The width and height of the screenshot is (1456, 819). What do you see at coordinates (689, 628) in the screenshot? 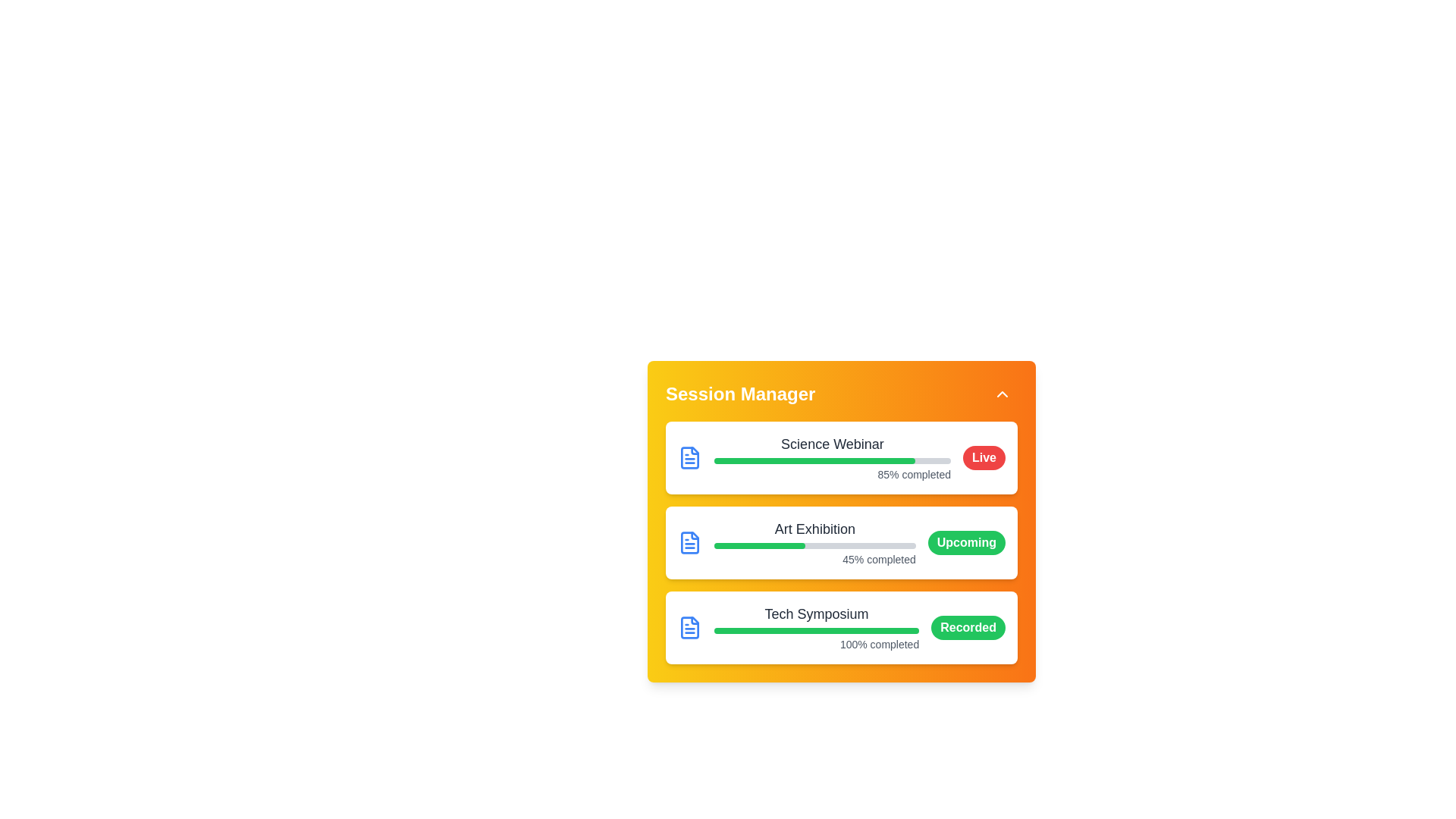
I see `the document icon with a blue outline and folded corner, located within the first card labeled 'Science Webinar' in the Session Manager interface` at bounding box center [689, 628].